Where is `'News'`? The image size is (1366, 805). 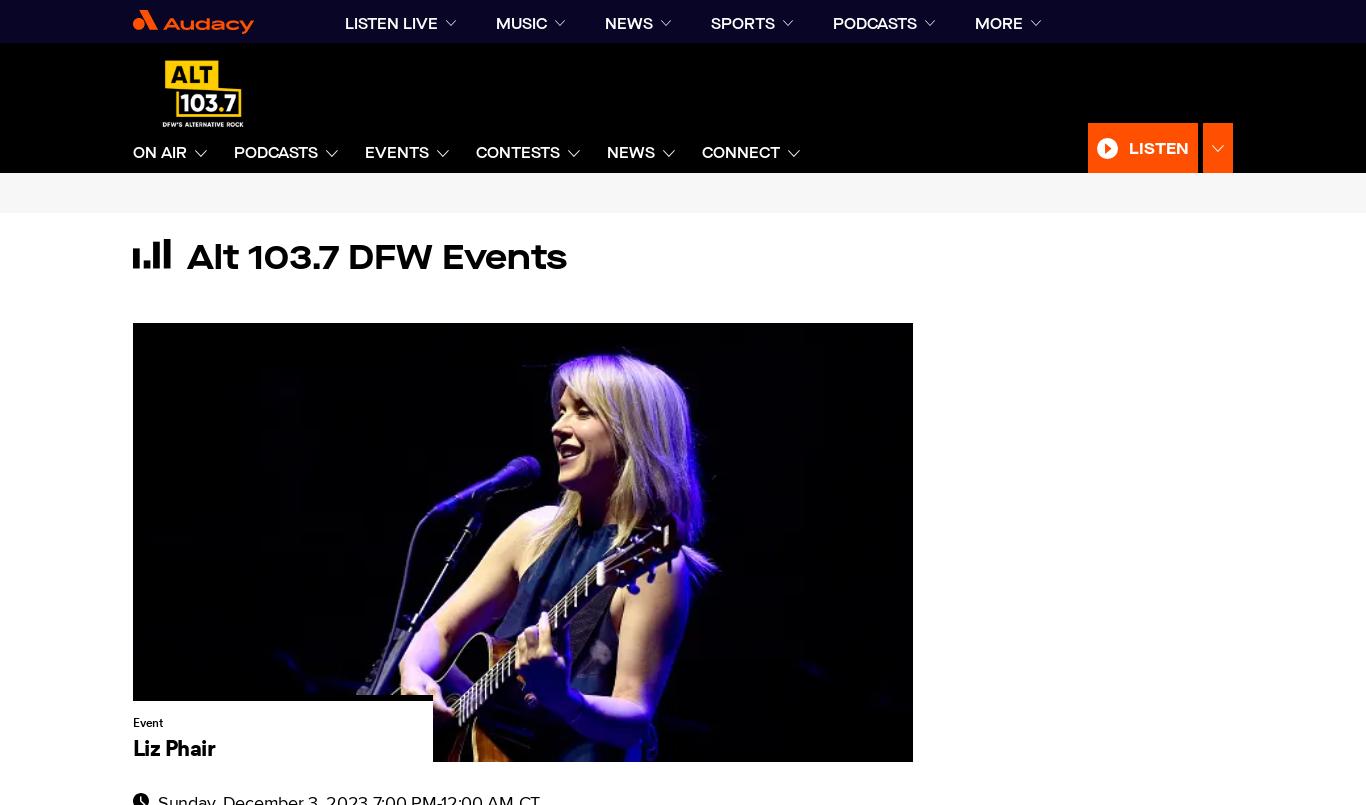 'News' is located at coordinates (606, 153).